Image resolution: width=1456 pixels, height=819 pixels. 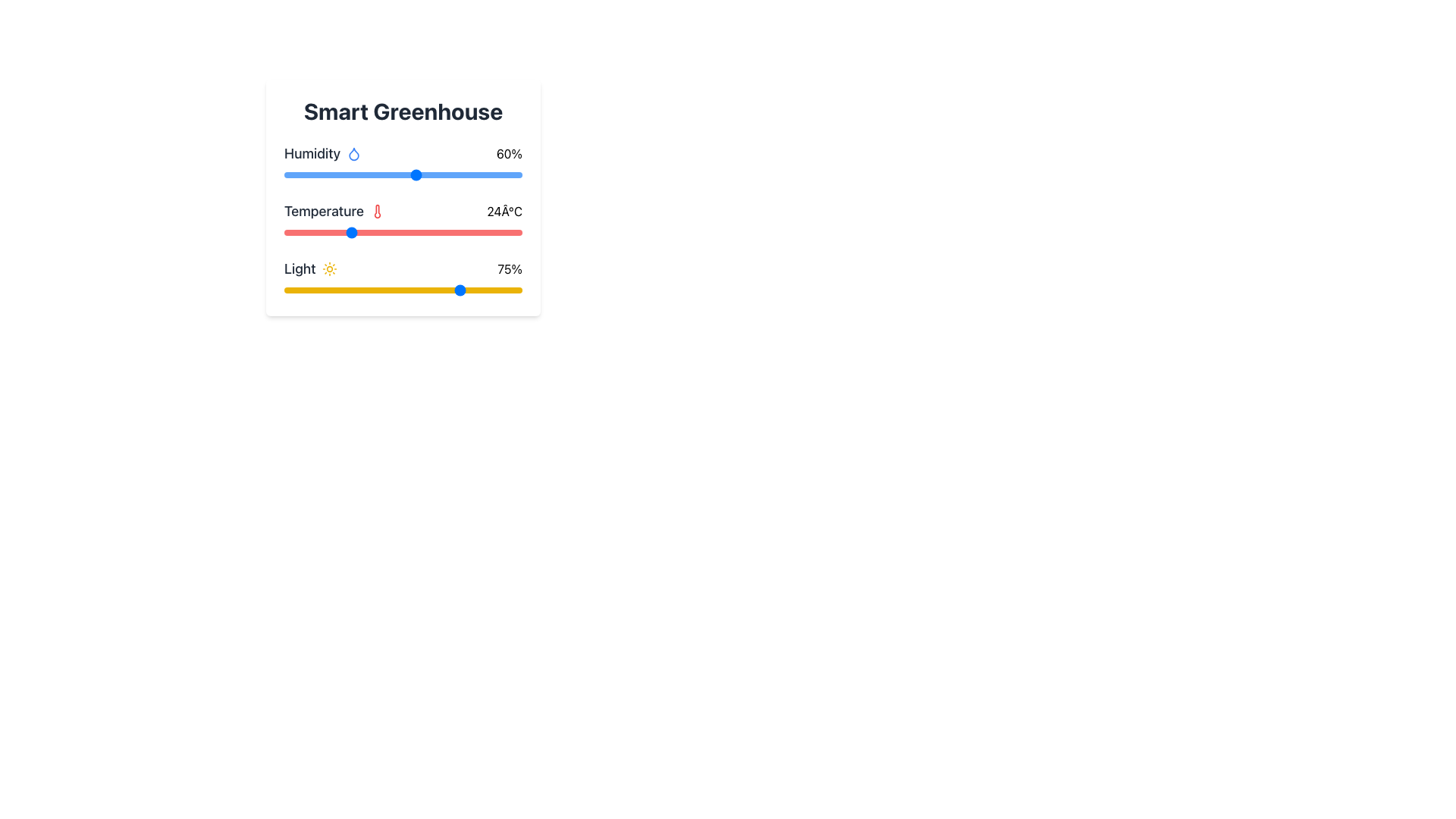 What do you see at coordinates (403, 278) in the screenshot?
I see `the interactive slider labeled 'Light'` at bounding box center [403, 278].